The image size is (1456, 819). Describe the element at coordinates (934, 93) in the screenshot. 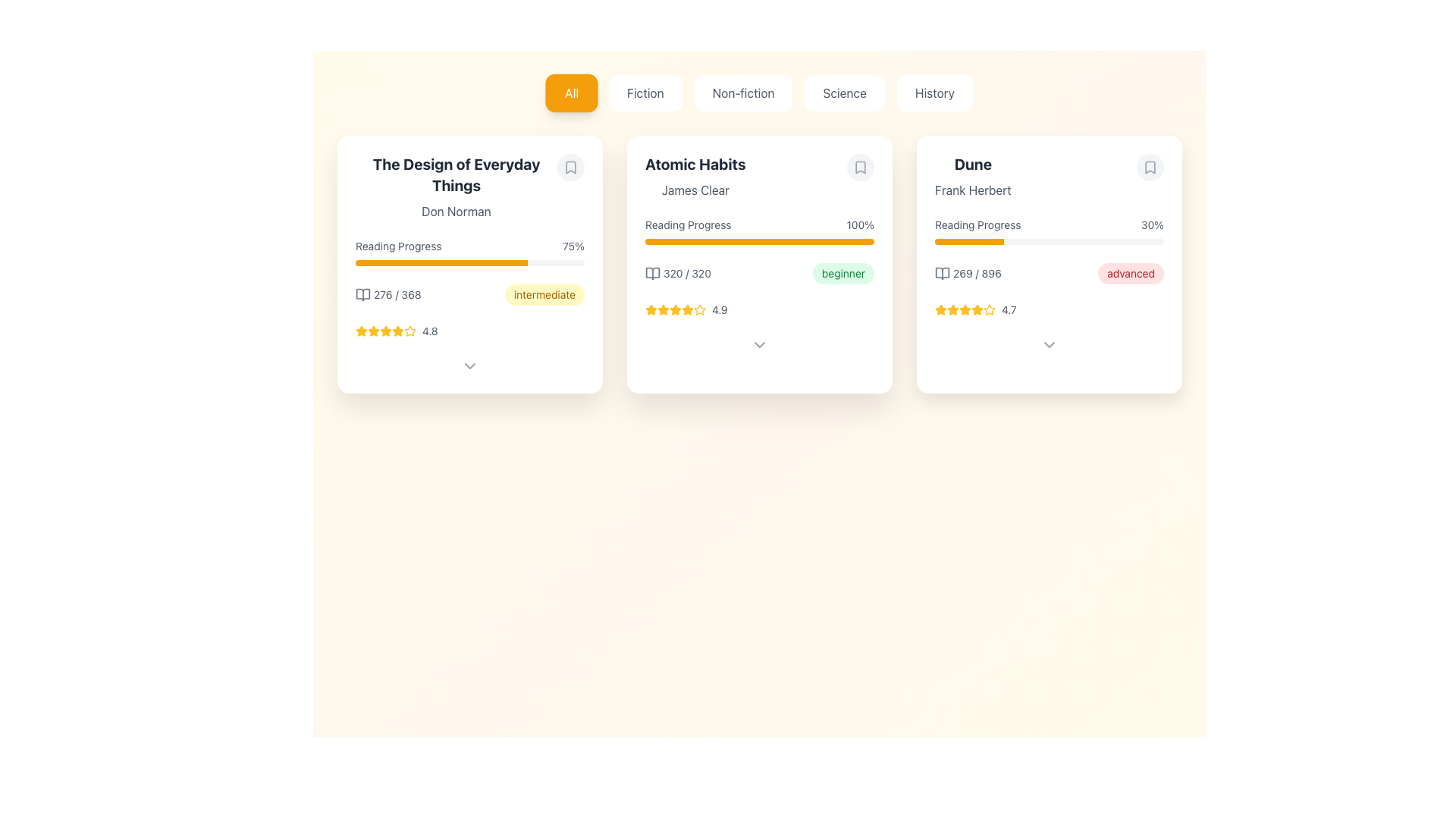

I see `the 'History' button, which is a rectangular button with rounded corners, displaying a white background and gray text` at that location.